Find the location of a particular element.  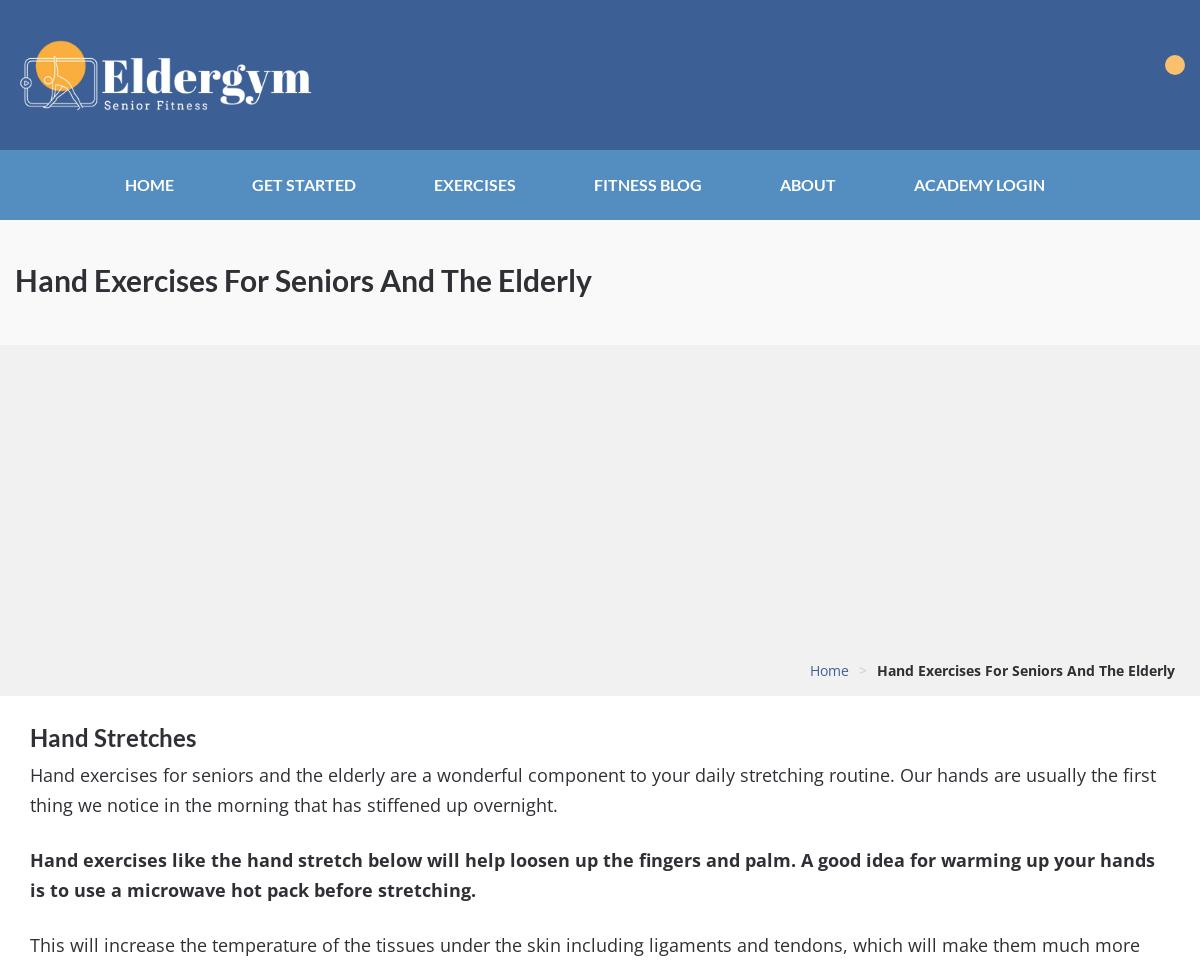

'Exercises' is located at coordinates (473, 184).